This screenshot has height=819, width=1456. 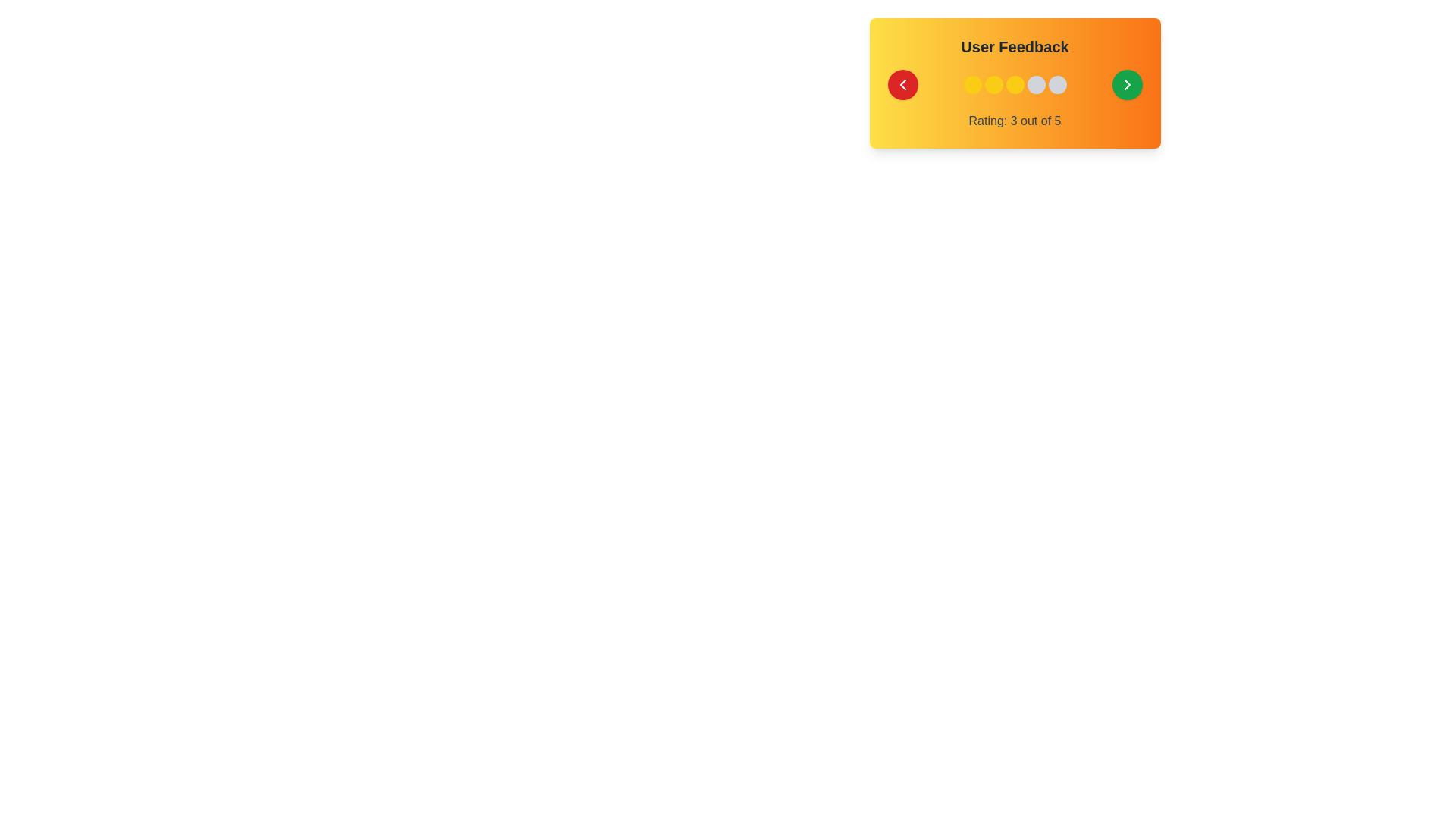 I want to click on the circular button with a red background and a white left-pointing chevron, so click(x=902, y=84).